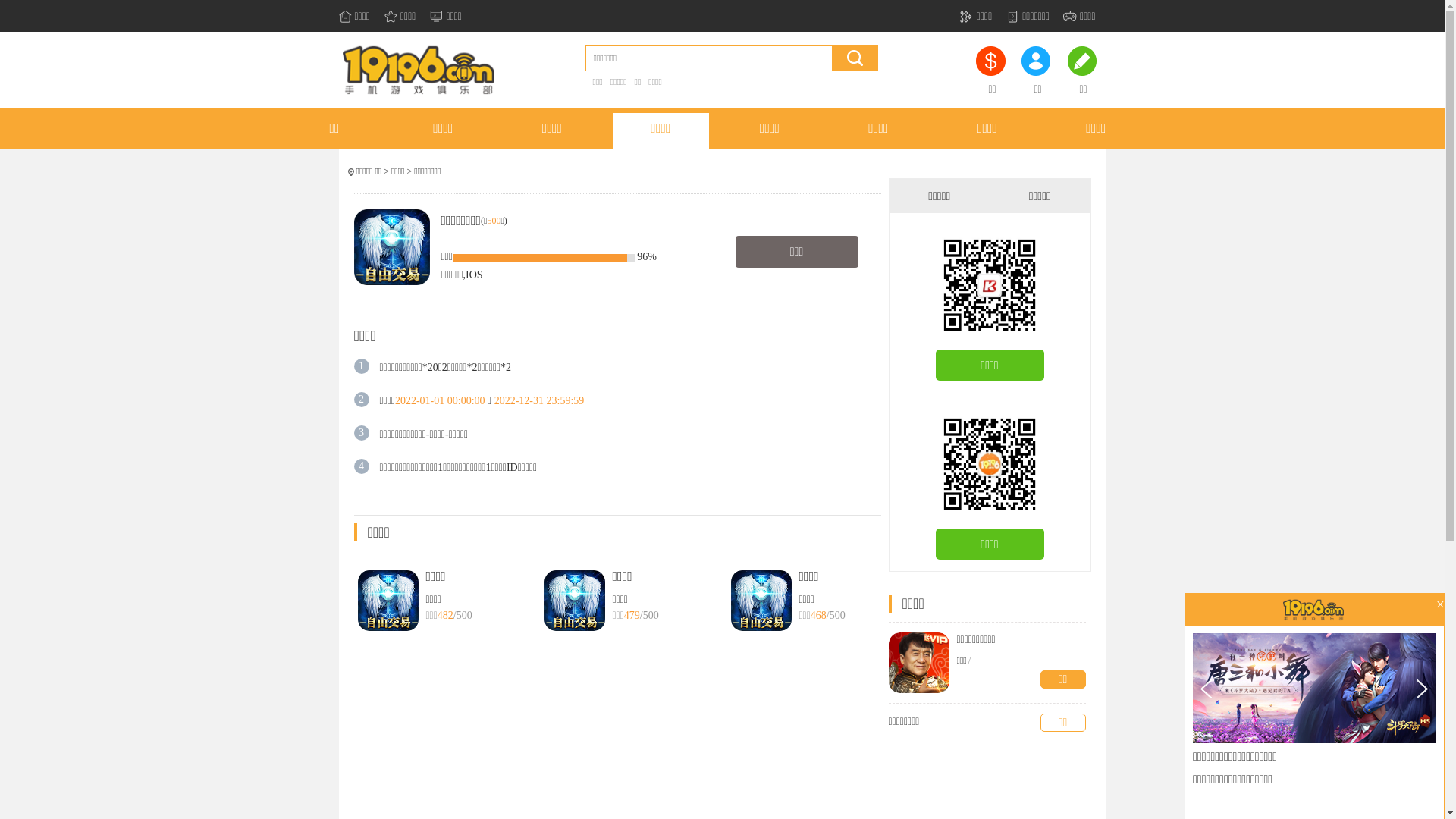 This screenshot has height=819, width=1456. What do you see at coordinates (1205, 689) in the screenshot?
I see `'<'` at bounding box center [1205, 689].